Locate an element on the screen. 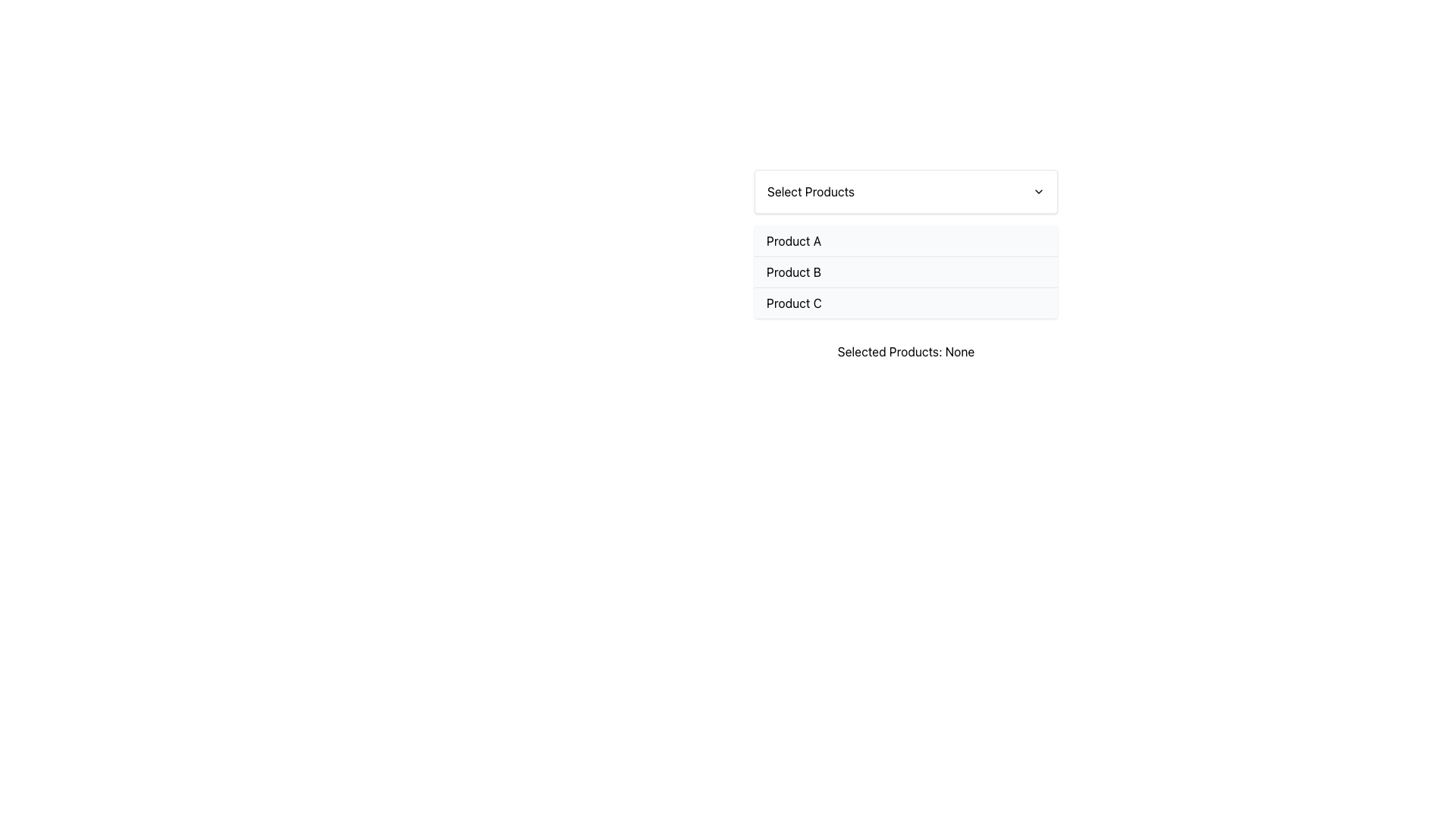  the second selectable text option labeled under the dropdown menu 'Select Products' is located at coordinates (792, 271).